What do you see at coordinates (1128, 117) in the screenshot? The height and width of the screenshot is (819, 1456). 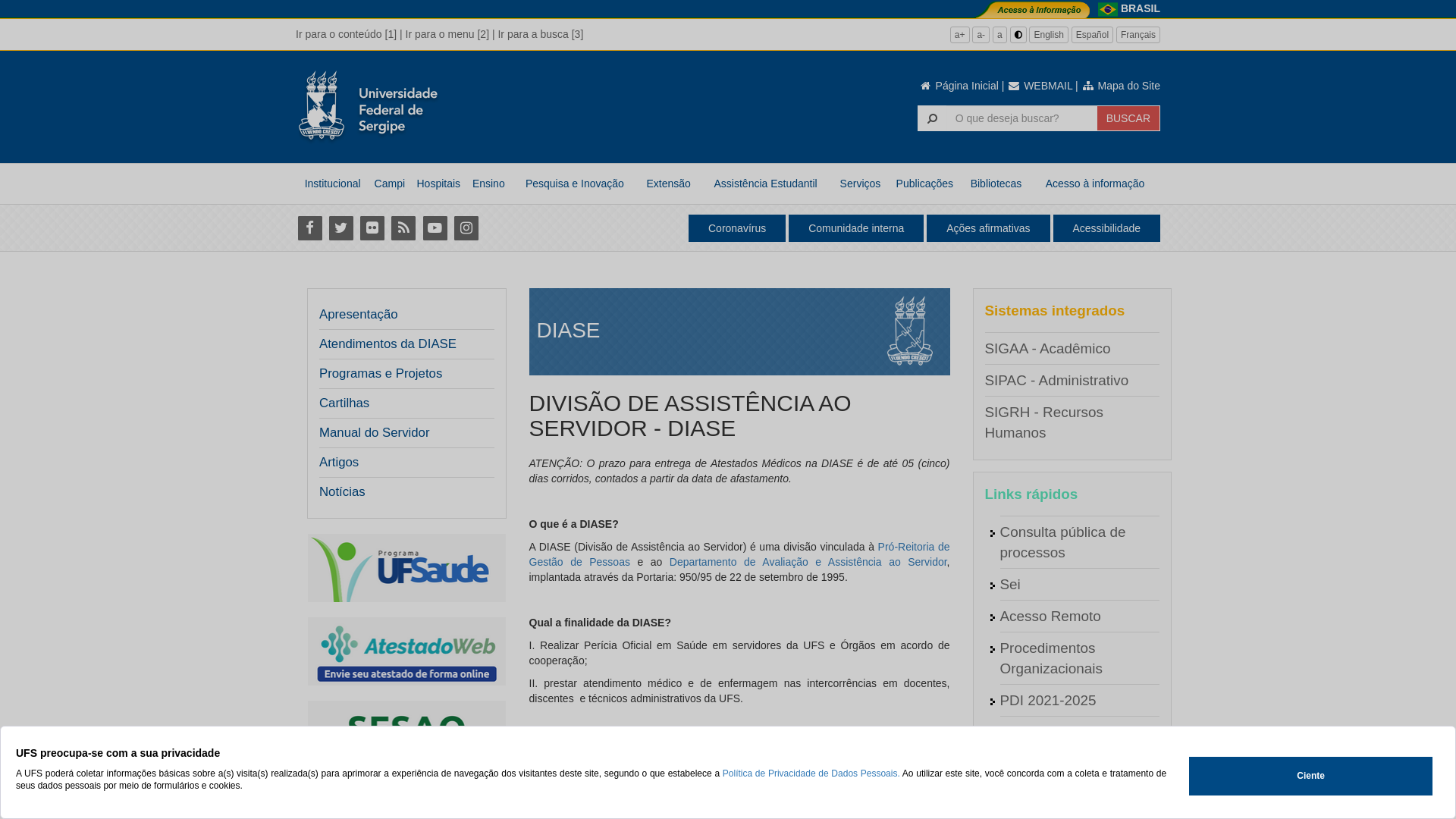 I see `'BUSCAR'` at bounding box center [1128, 117].